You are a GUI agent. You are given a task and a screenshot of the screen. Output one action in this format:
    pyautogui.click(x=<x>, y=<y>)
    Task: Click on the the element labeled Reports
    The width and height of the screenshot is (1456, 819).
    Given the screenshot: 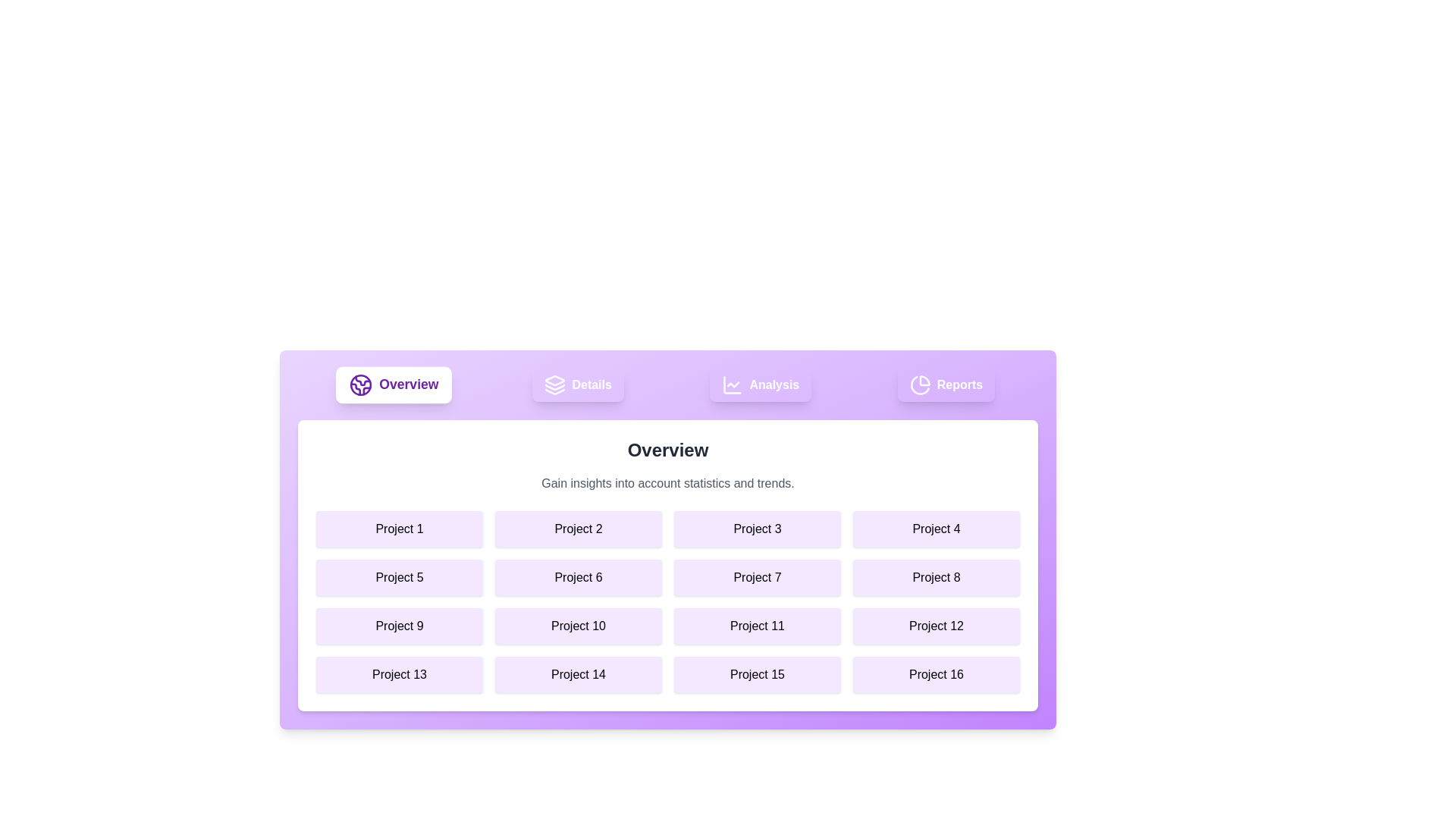 What is the action you would take?
    pyautogui.click(x=946, y=384)
    